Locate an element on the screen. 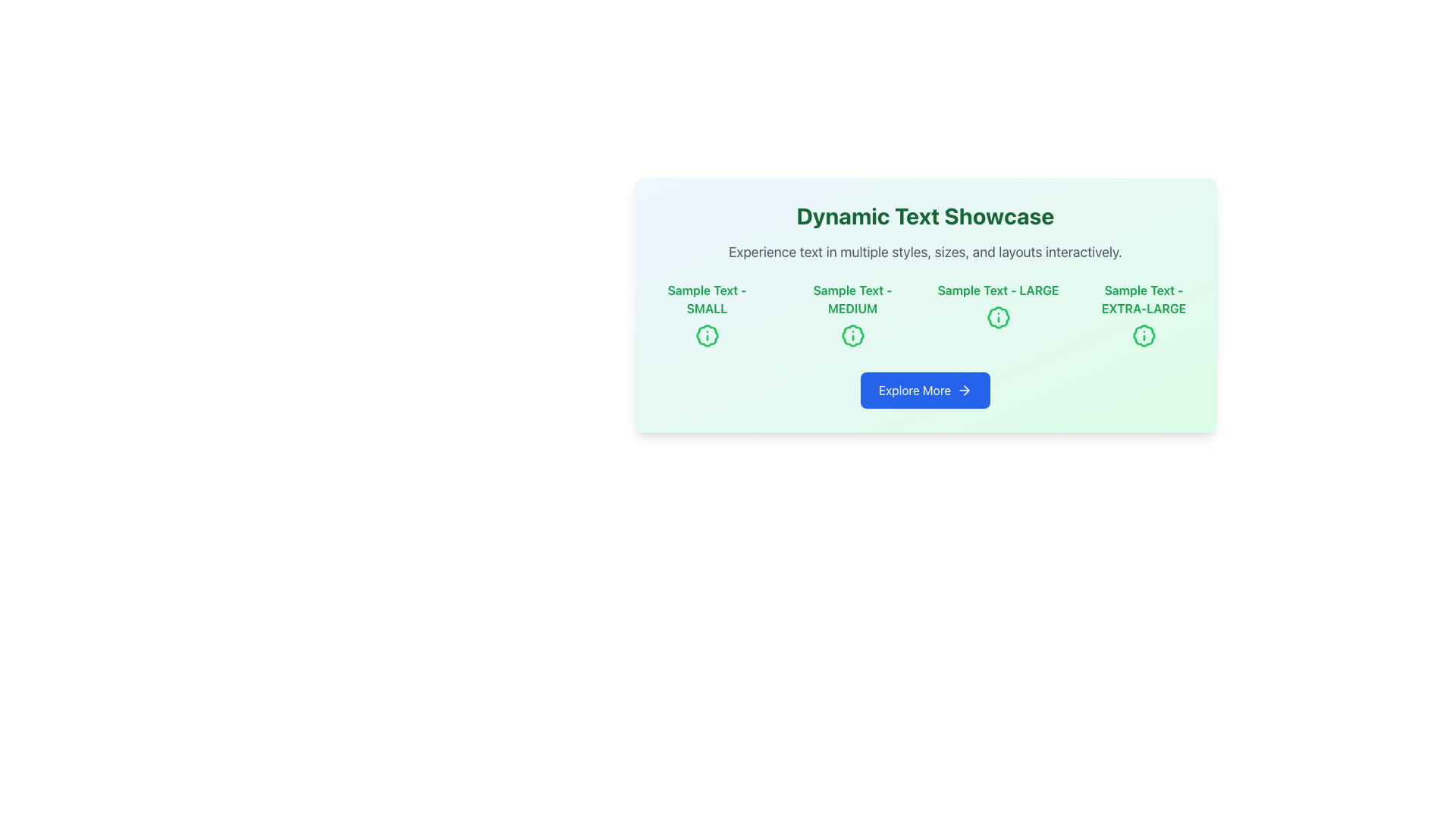 The image size is (1456, 819). the graphical icon representing 'Sample Text - LARGE', which is the third icon in a horizontal row of four, located below the heading 'Dynamic Text Showcase' is located at coordinates (998, 317).